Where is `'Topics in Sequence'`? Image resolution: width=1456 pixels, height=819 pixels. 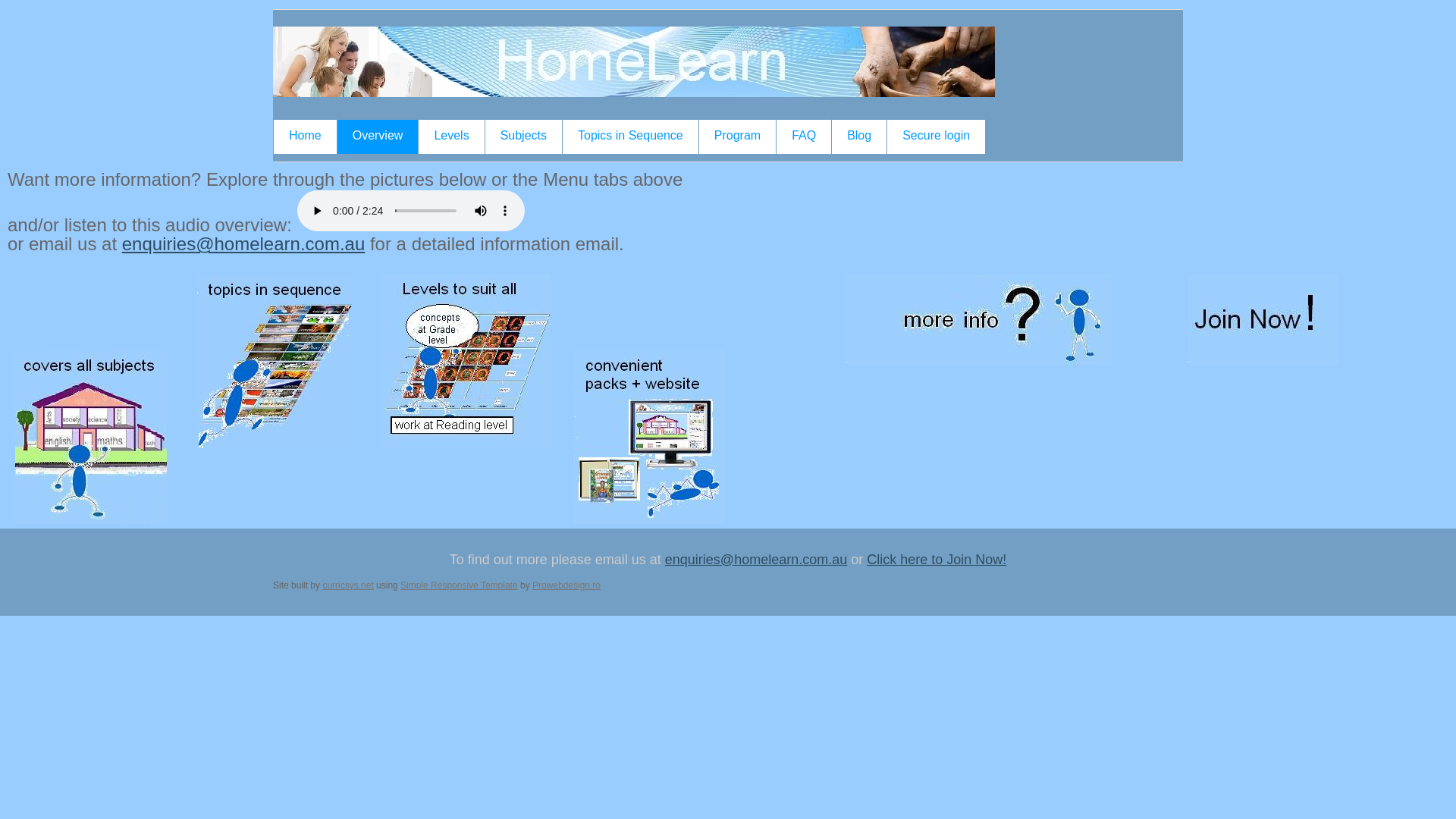
'Topics in Sequence' is located at coordinates (562, 136).